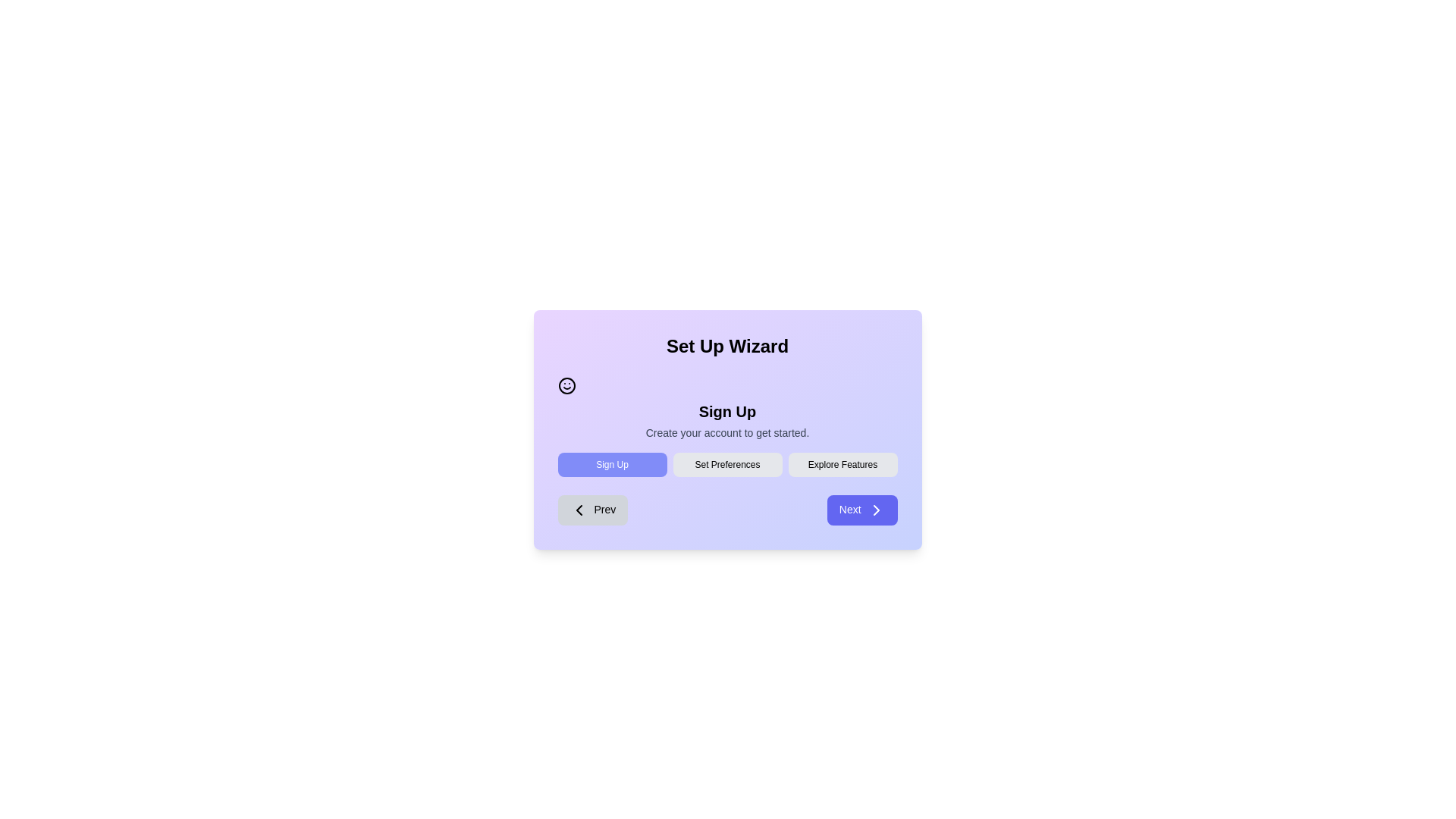 The width and height of the screenshot is (1456, 819). What do you see at coordinates (591, 510) in the screenshot?
I see `the 'Previous' button located at the bottom-left of the button group in the navigation interface` at bounding box center [591, 510].